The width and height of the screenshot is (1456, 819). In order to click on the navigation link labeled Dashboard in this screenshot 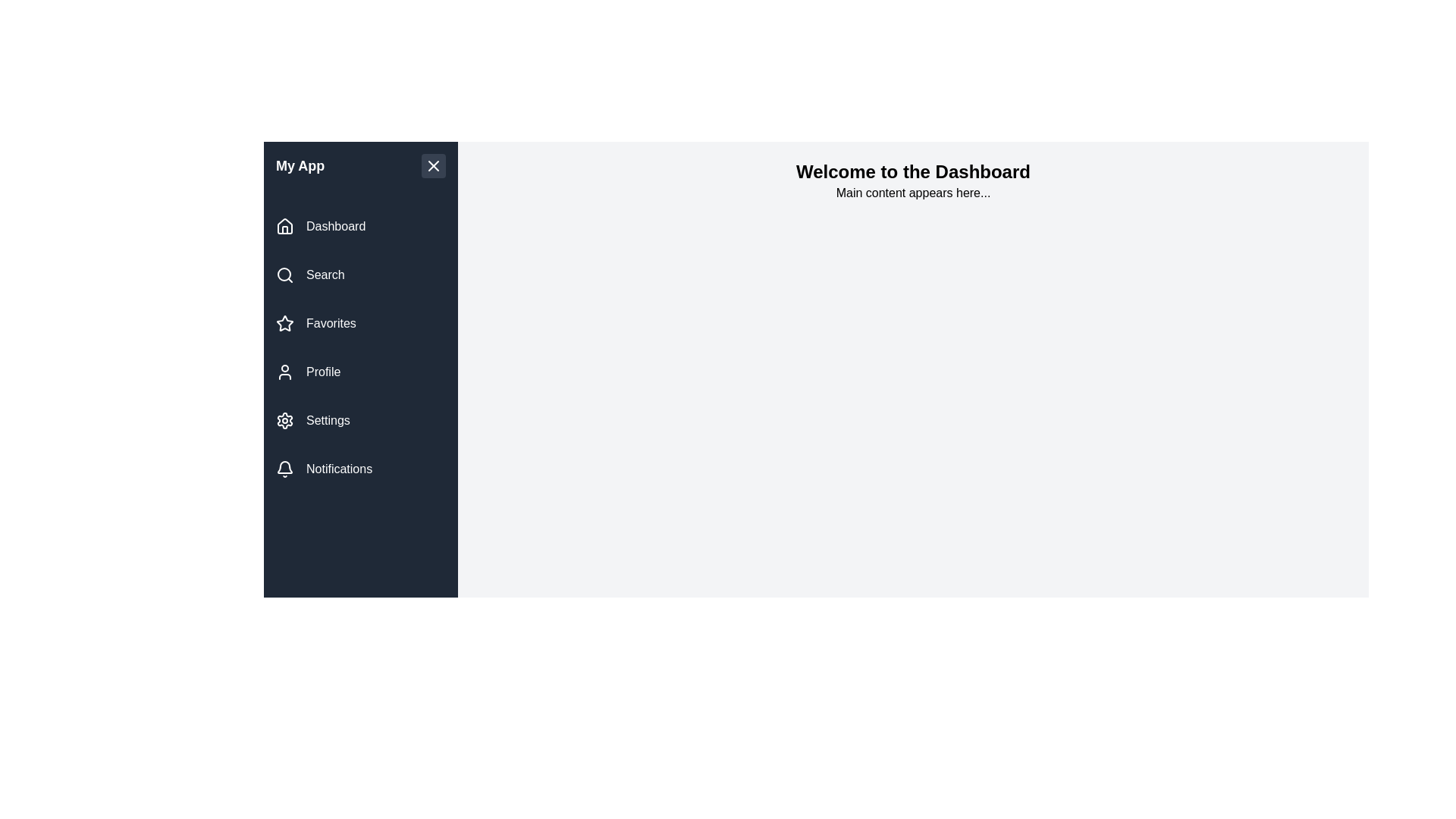, I will do `click(359, 227)`.